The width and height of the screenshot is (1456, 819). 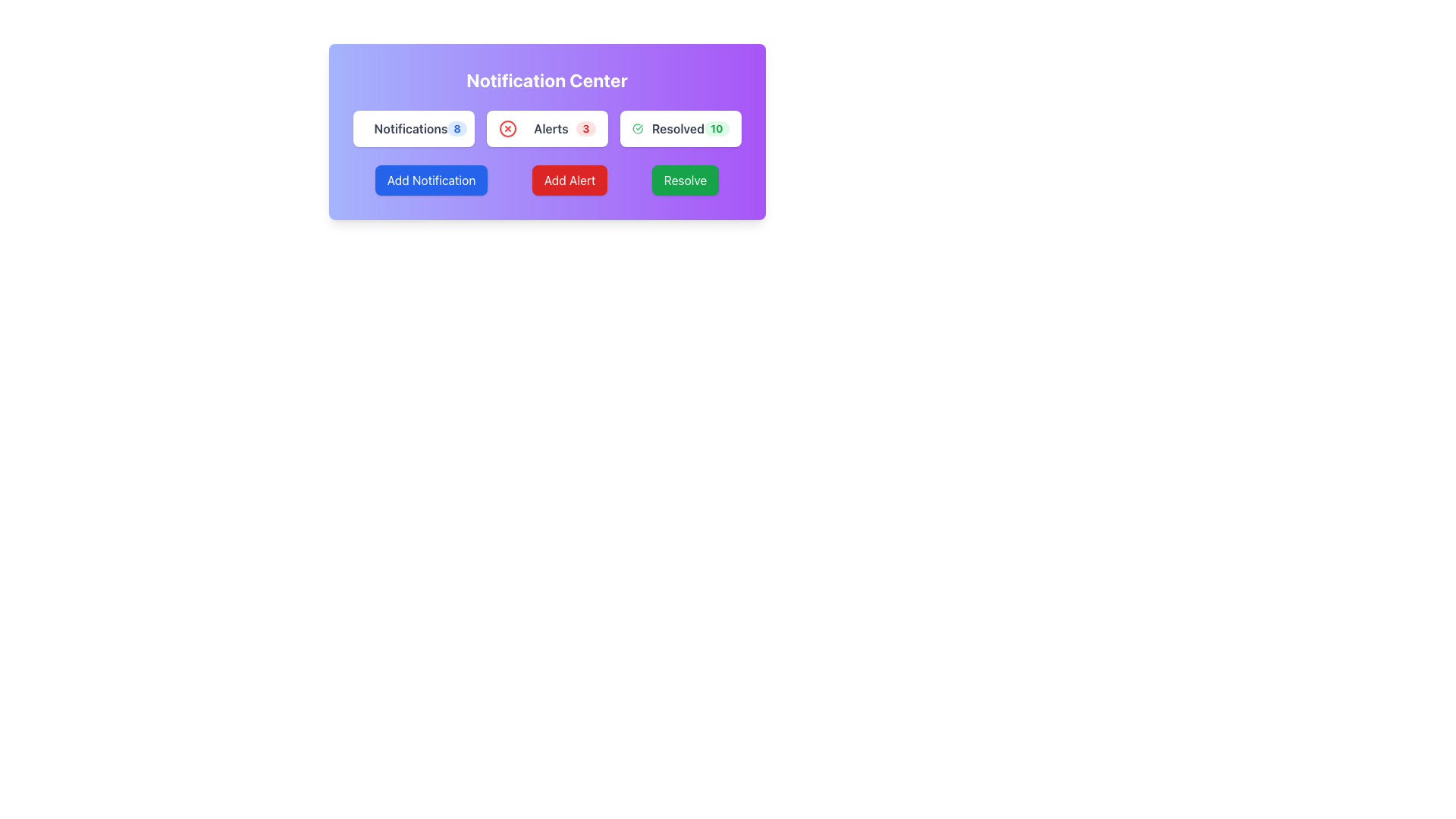 I want to click on the blue rectangular button labeled 'Add Notification', so click(x=431, y=180).